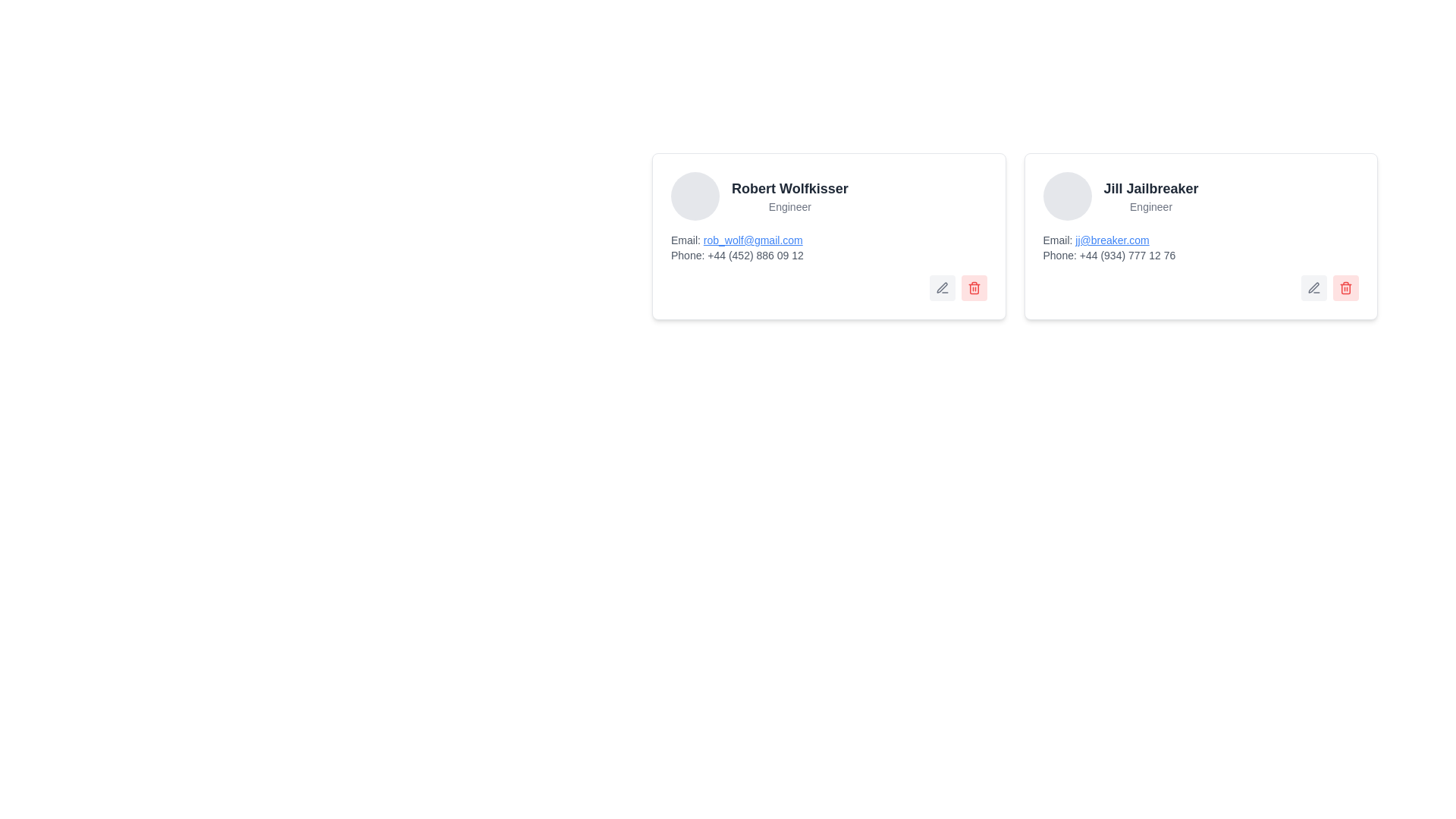  I want to click on the edit button located at the bottom-right corner of Jill Jailbreaker's card, so click(1313, 288).